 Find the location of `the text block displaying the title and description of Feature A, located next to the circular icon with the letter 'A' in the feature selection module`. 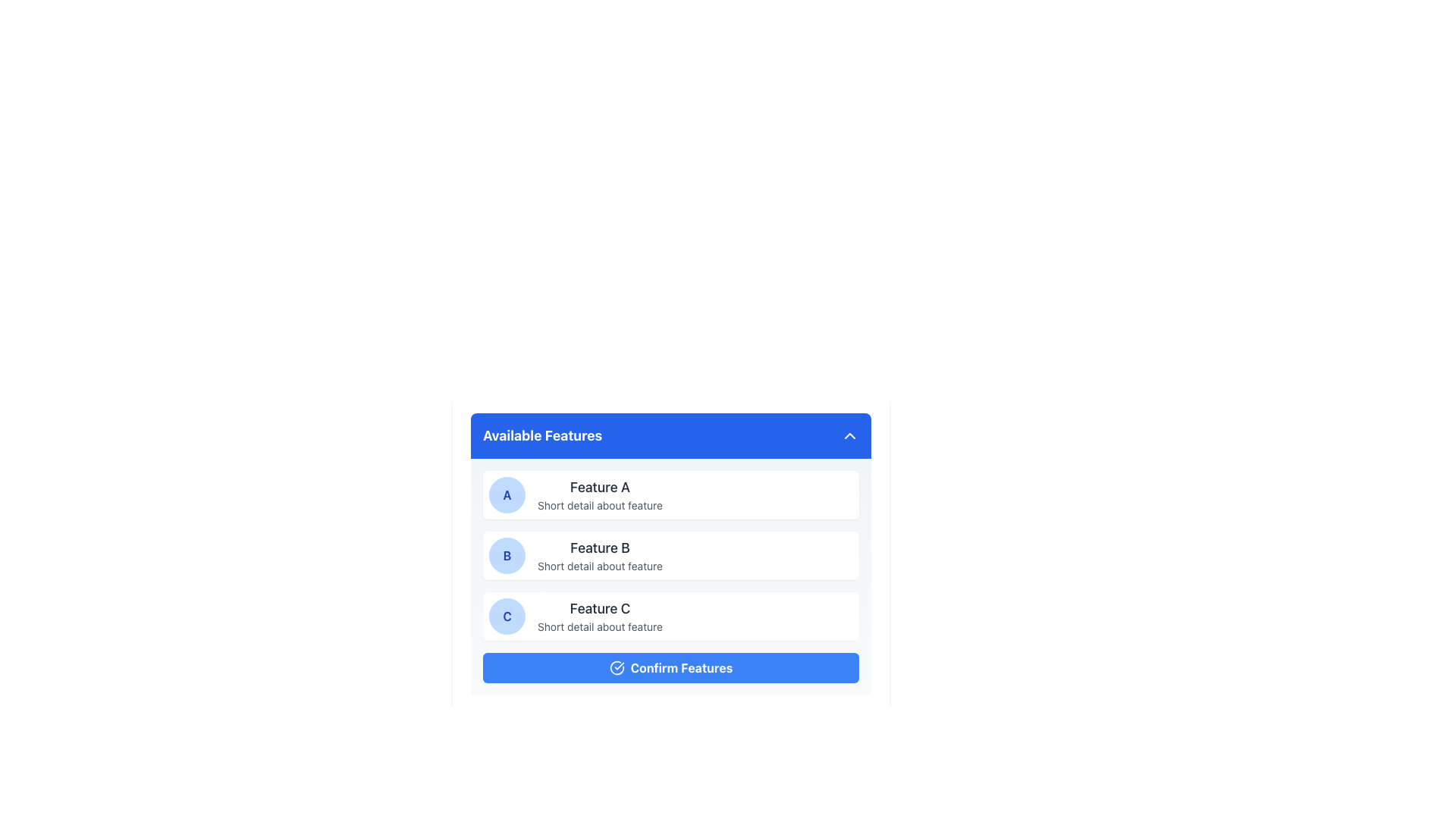

the text block displaying the title and description of Feature A, located next to the circular icon with the letter 'A' in the feature selection module is located at coordinates (599, 494).